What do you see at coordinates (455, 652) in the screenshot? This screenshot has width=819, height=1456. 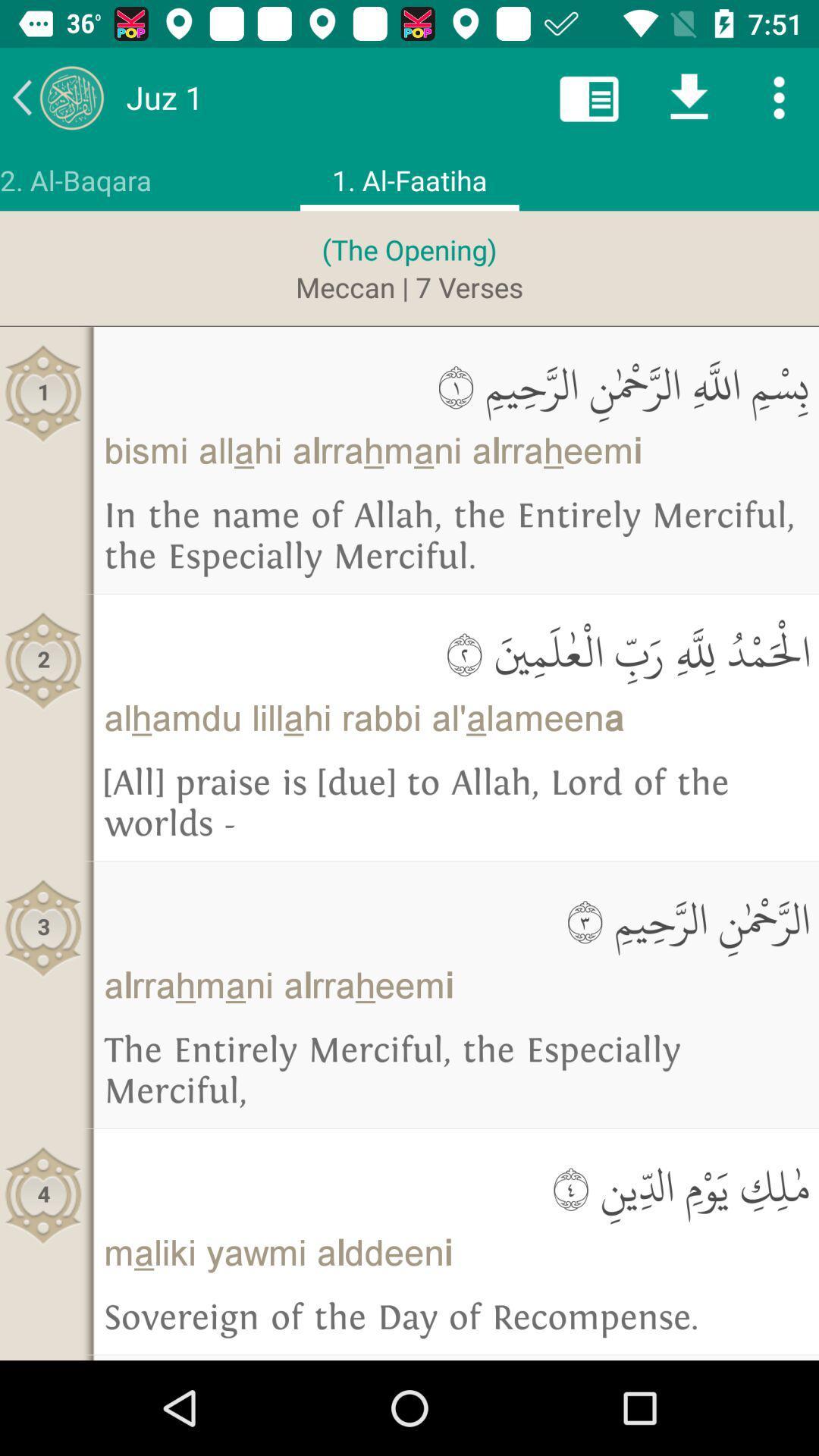 I see `icon next to 2 icon` at bounding box center [455, 652].